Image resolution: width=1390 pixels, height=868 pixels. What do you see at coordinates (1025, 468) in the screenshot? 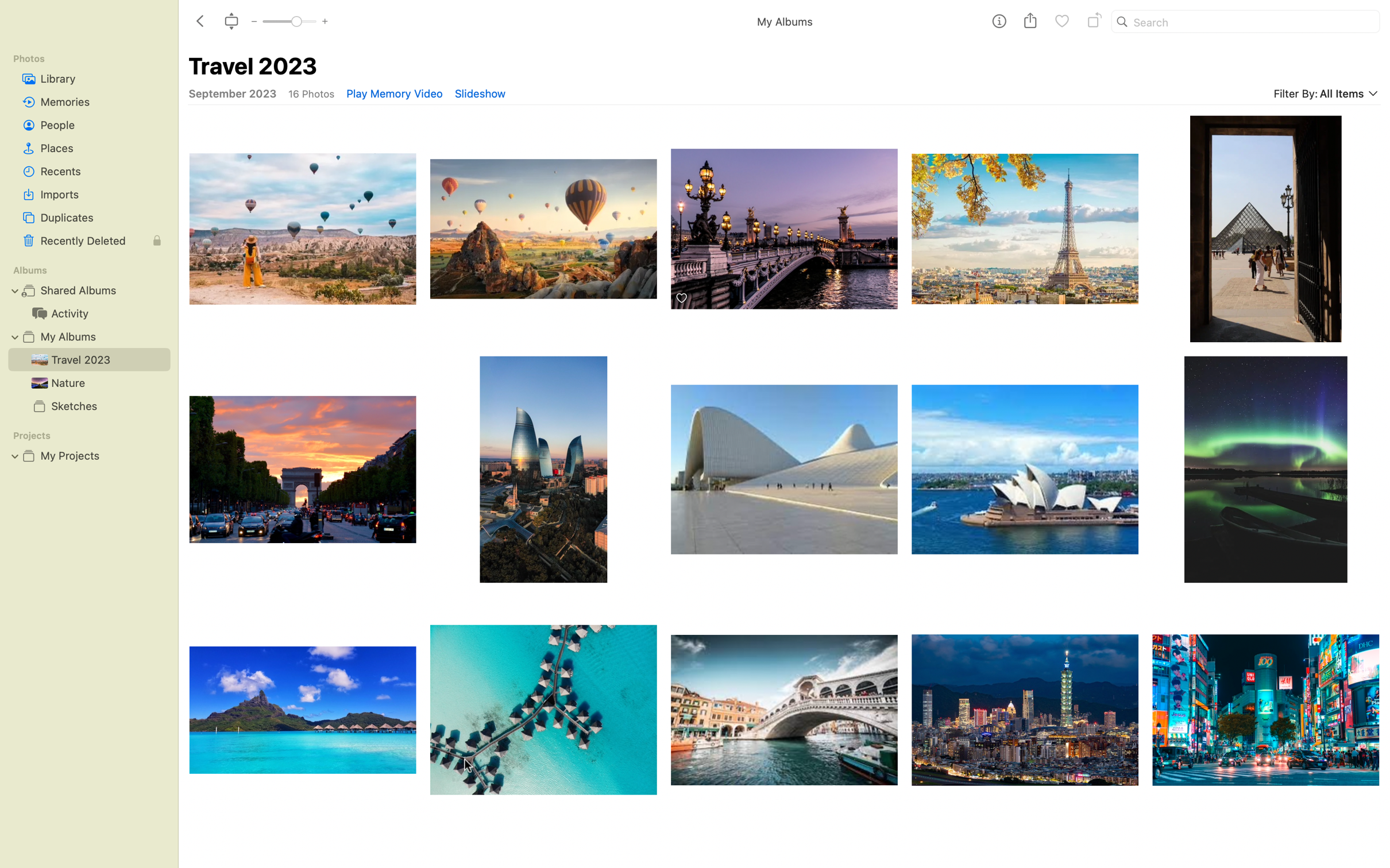
I see `Turn the image of Sydney"s Lotus Temple to another angle once` at bounding box center [1025, 468].